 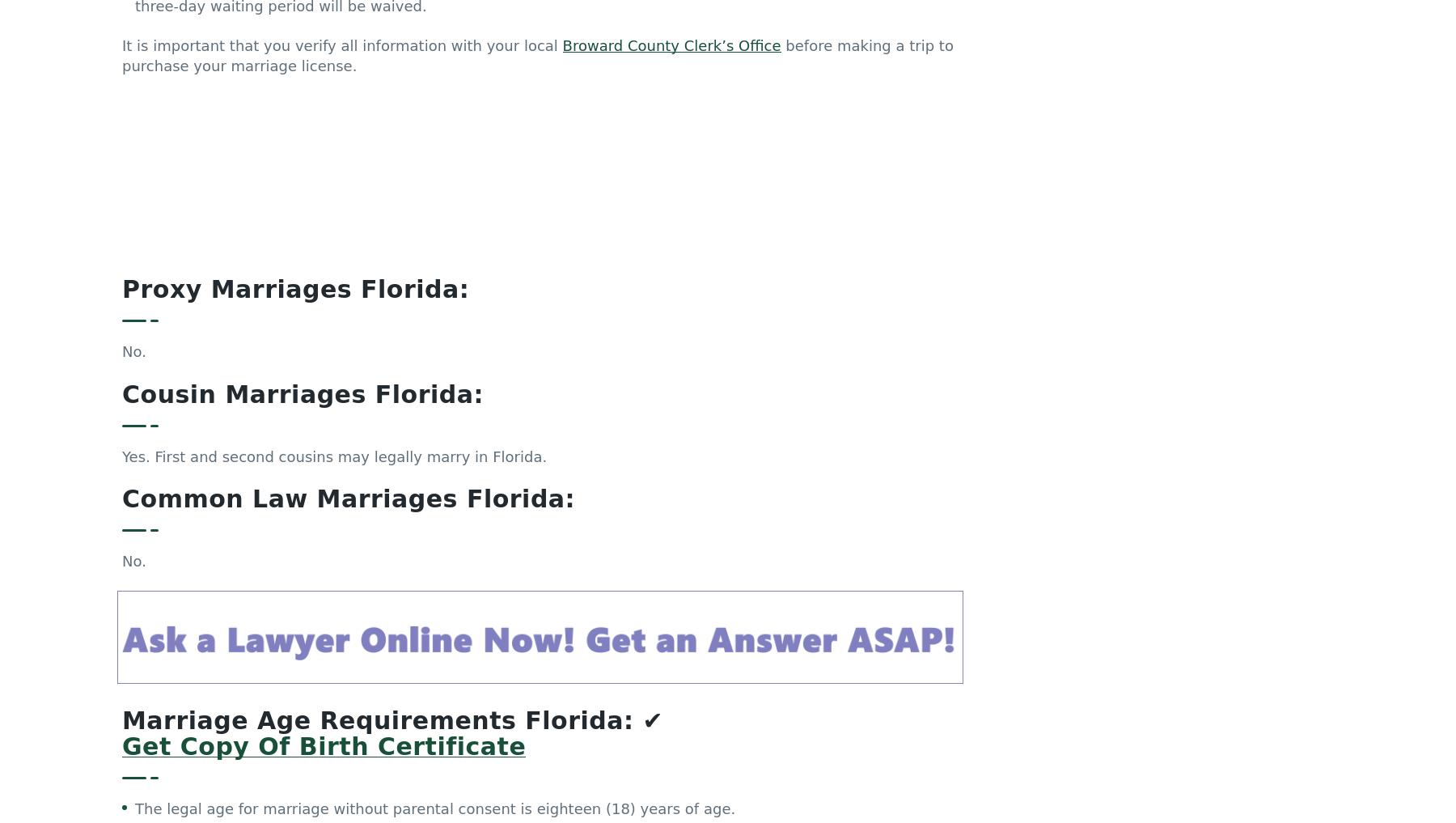 I want to click on 'Cousin Marriages Florida:', so click(x=303, y=239).